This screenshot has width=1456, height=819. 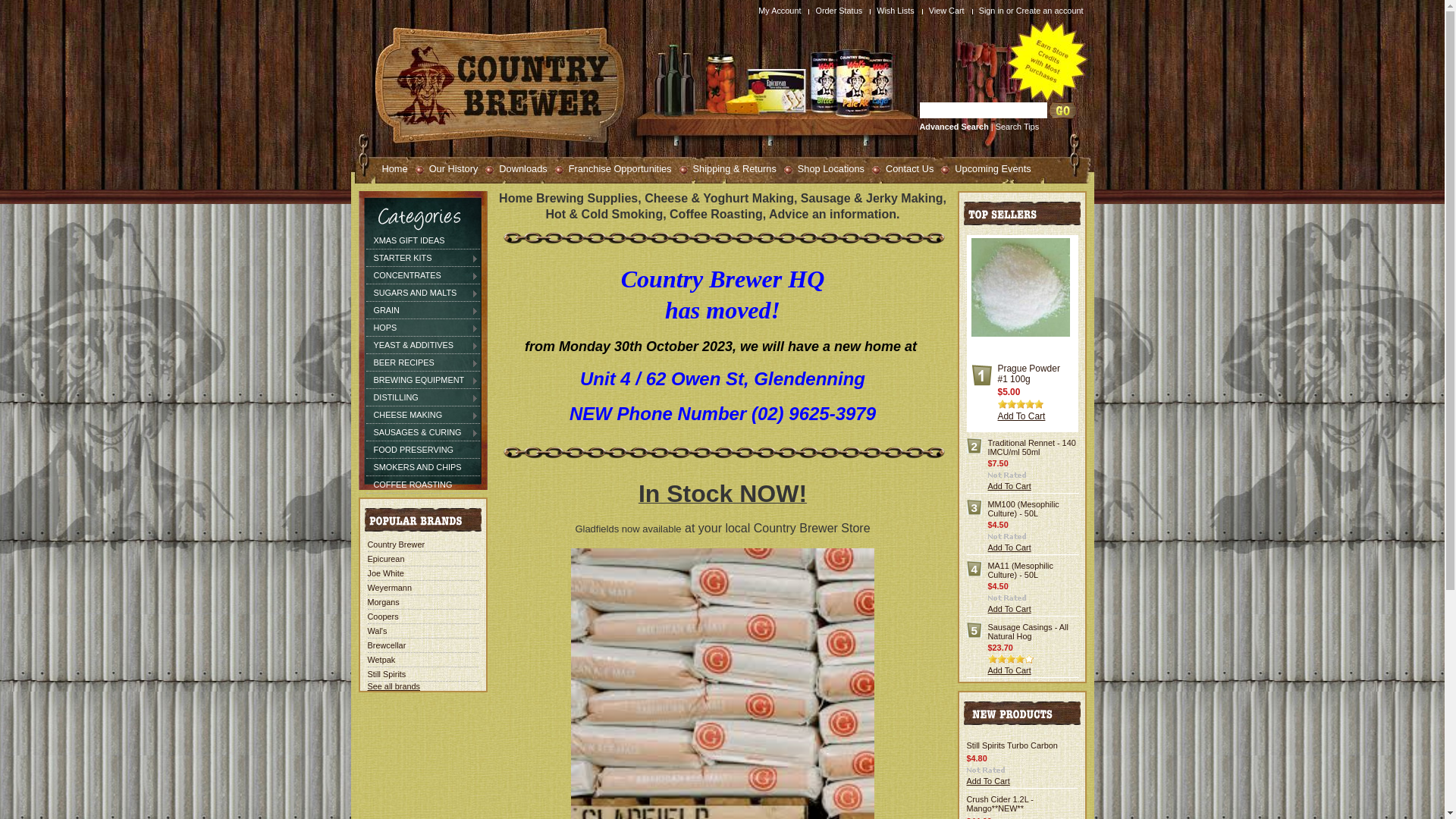 What do you see at coordinates (781, 11) in the screenshot?
I see `'My Account'` at bounding box center [781, 11].